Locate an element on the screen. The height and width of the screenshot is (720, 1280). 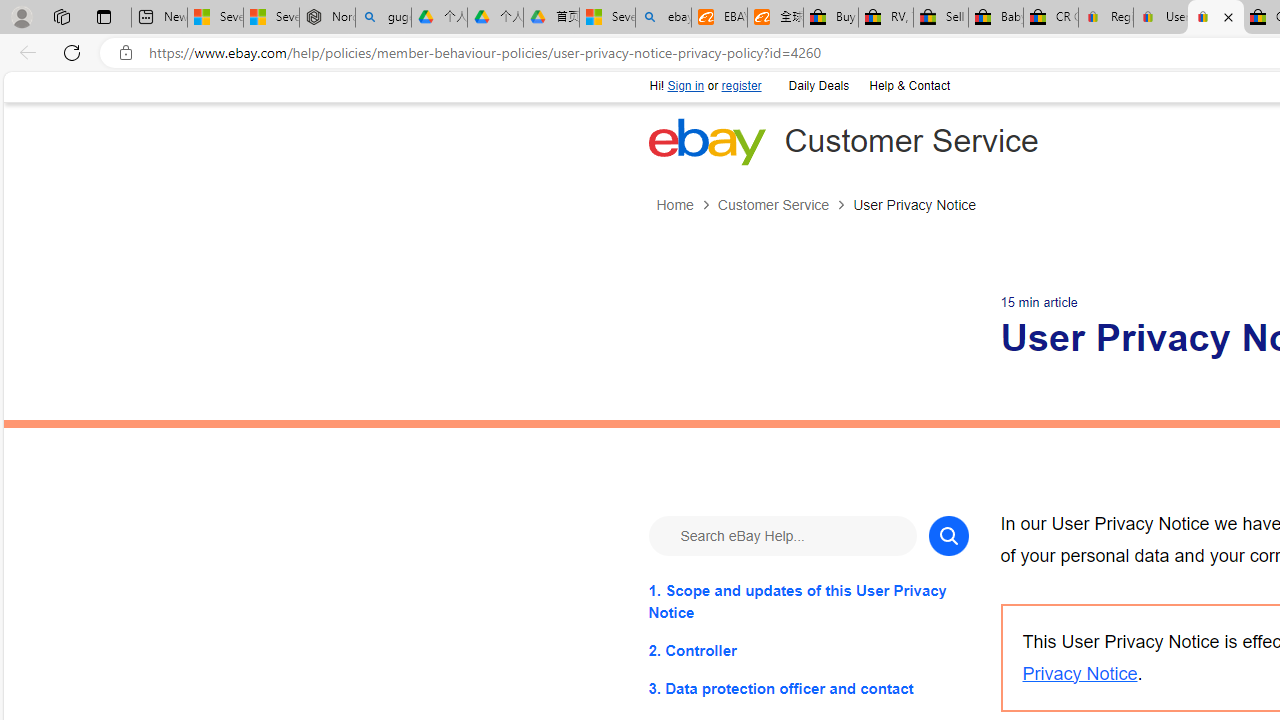
'Customer Service' is located at coordinates (784, 205).